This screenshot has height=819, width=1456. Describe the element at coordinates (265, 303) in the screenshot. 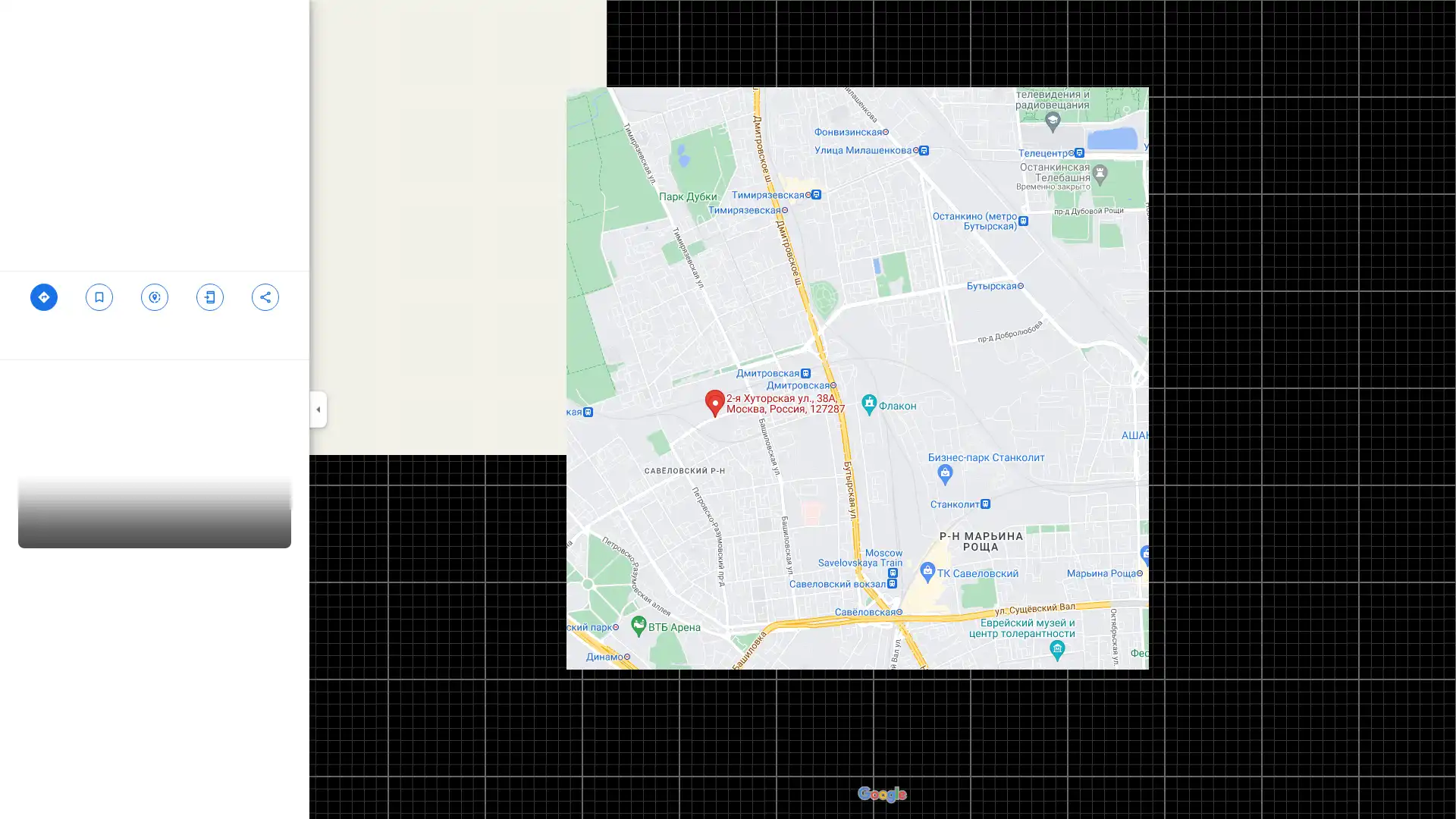

I see `: "2-  ., 38"` at that location.